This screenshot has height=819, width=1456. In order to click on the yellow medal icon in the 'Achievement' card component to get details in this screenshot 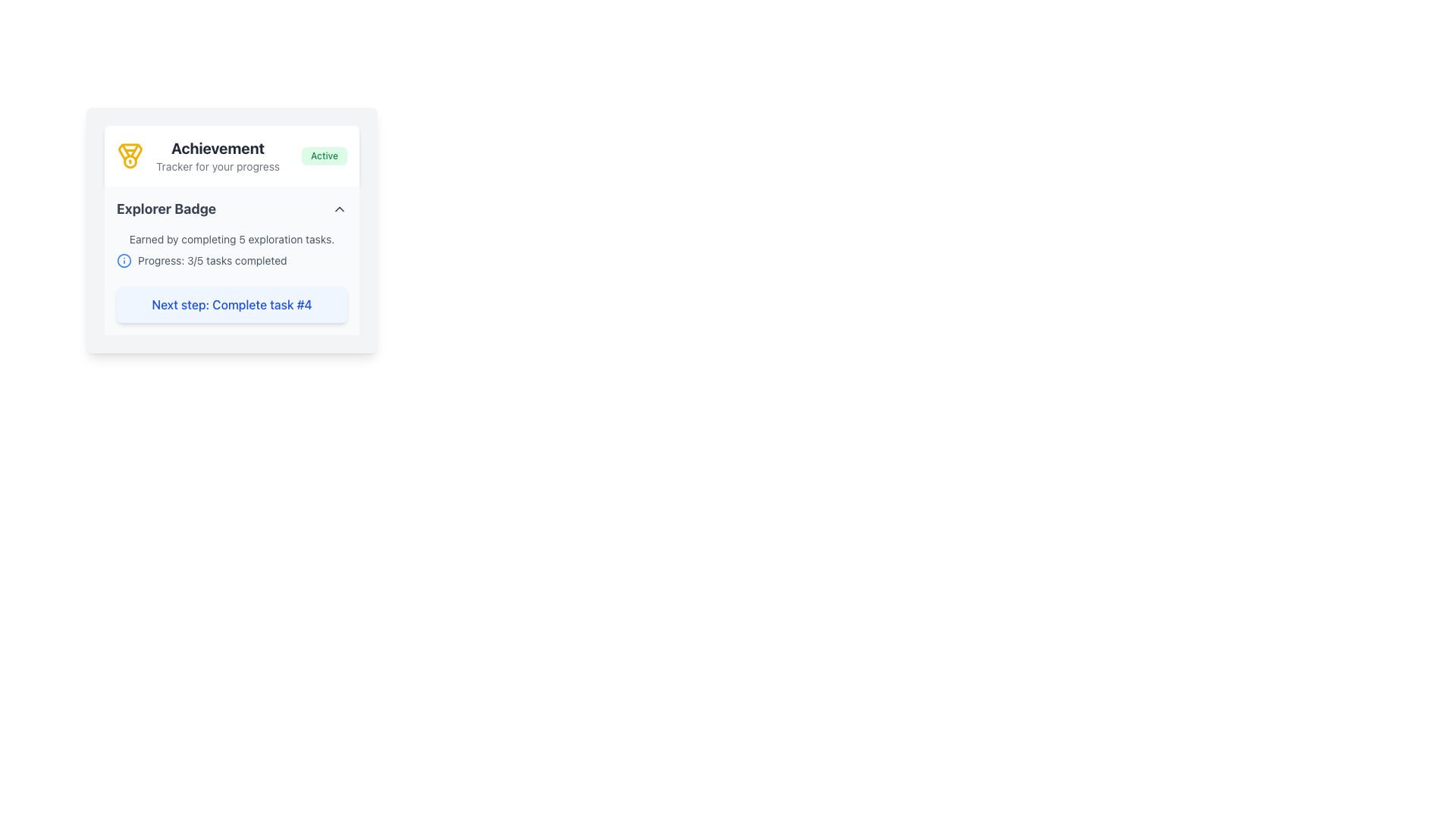, I will do `click(231, 231)`.